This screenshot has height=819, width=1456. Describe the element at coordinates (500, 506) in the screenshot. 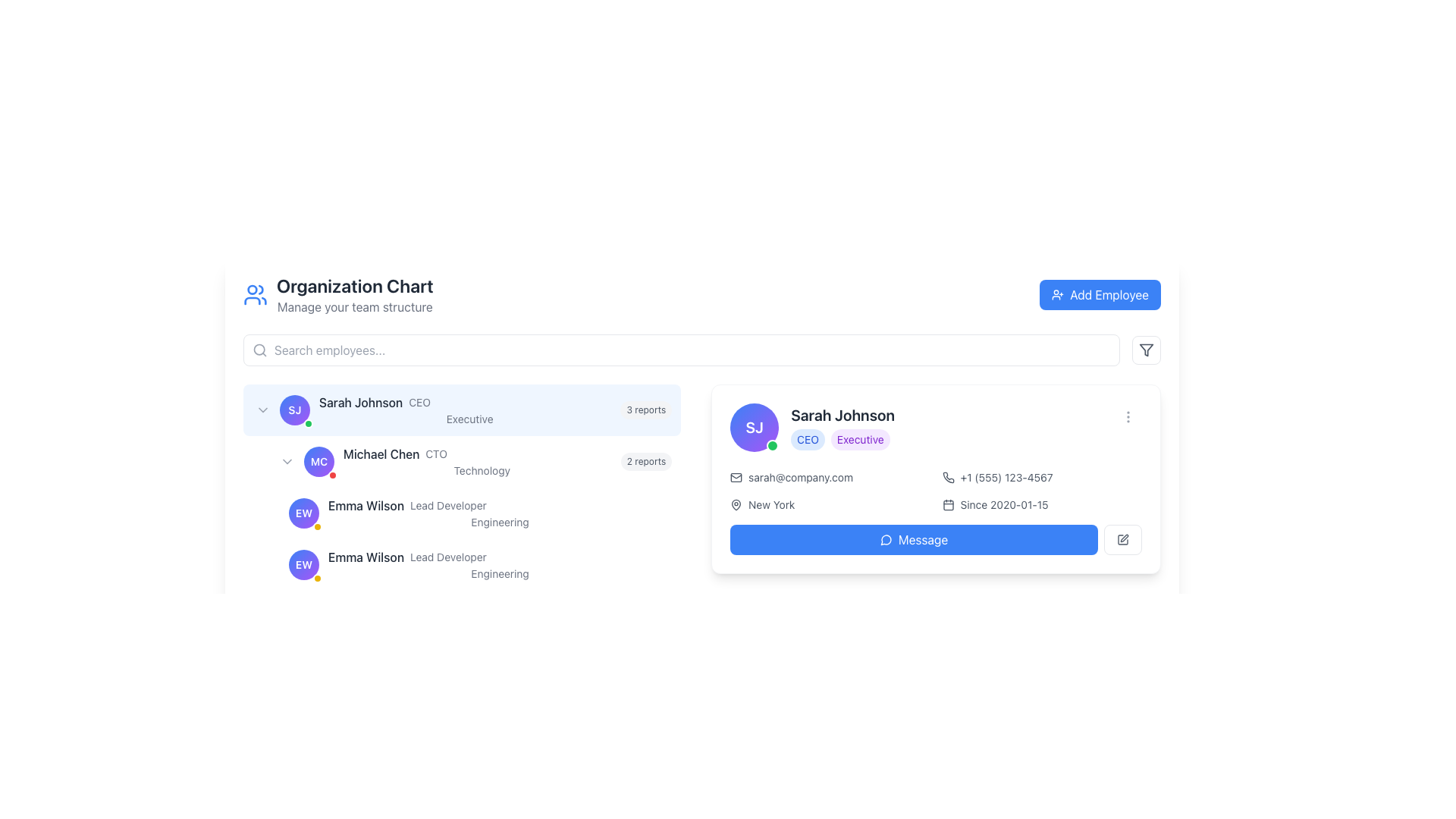

I see `the third entry in the organizational chart under 'Michael Chen' that displays the name and professional title of a person` at that location.